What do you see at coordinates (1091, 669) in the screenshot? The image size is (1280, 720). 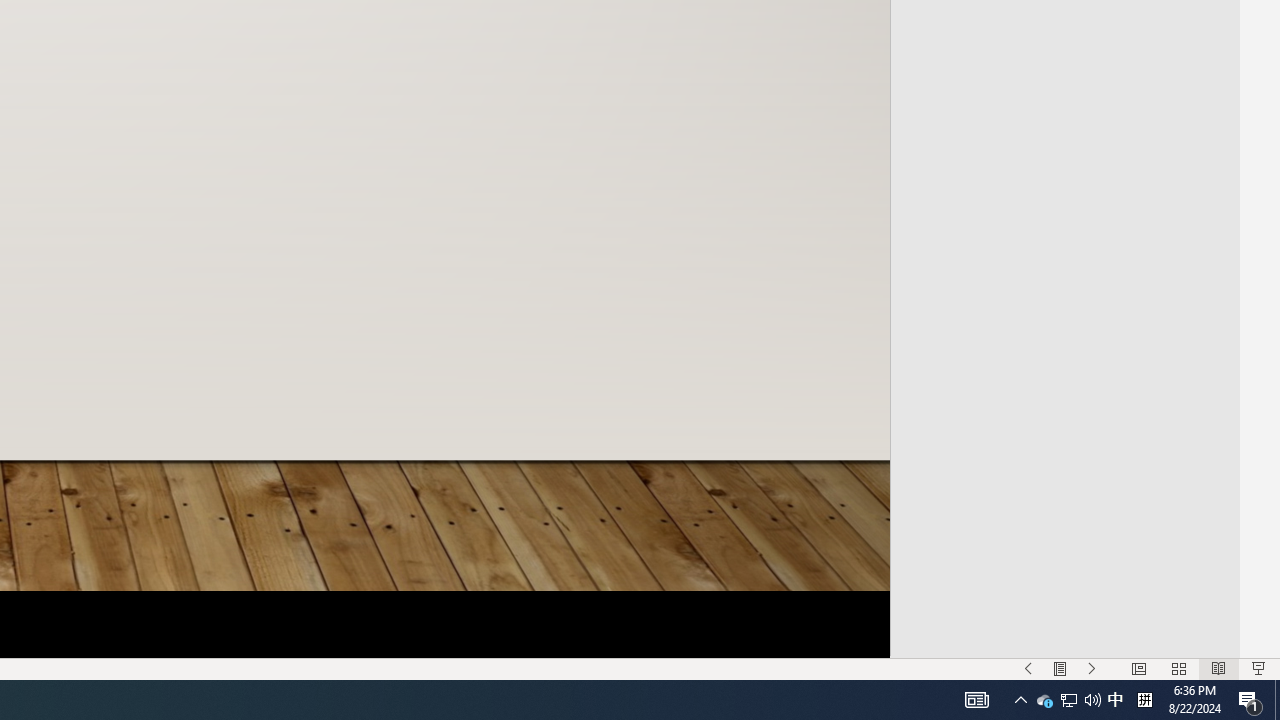 I see `'Slide Show Next On'` at bounding box center [1091, 669].